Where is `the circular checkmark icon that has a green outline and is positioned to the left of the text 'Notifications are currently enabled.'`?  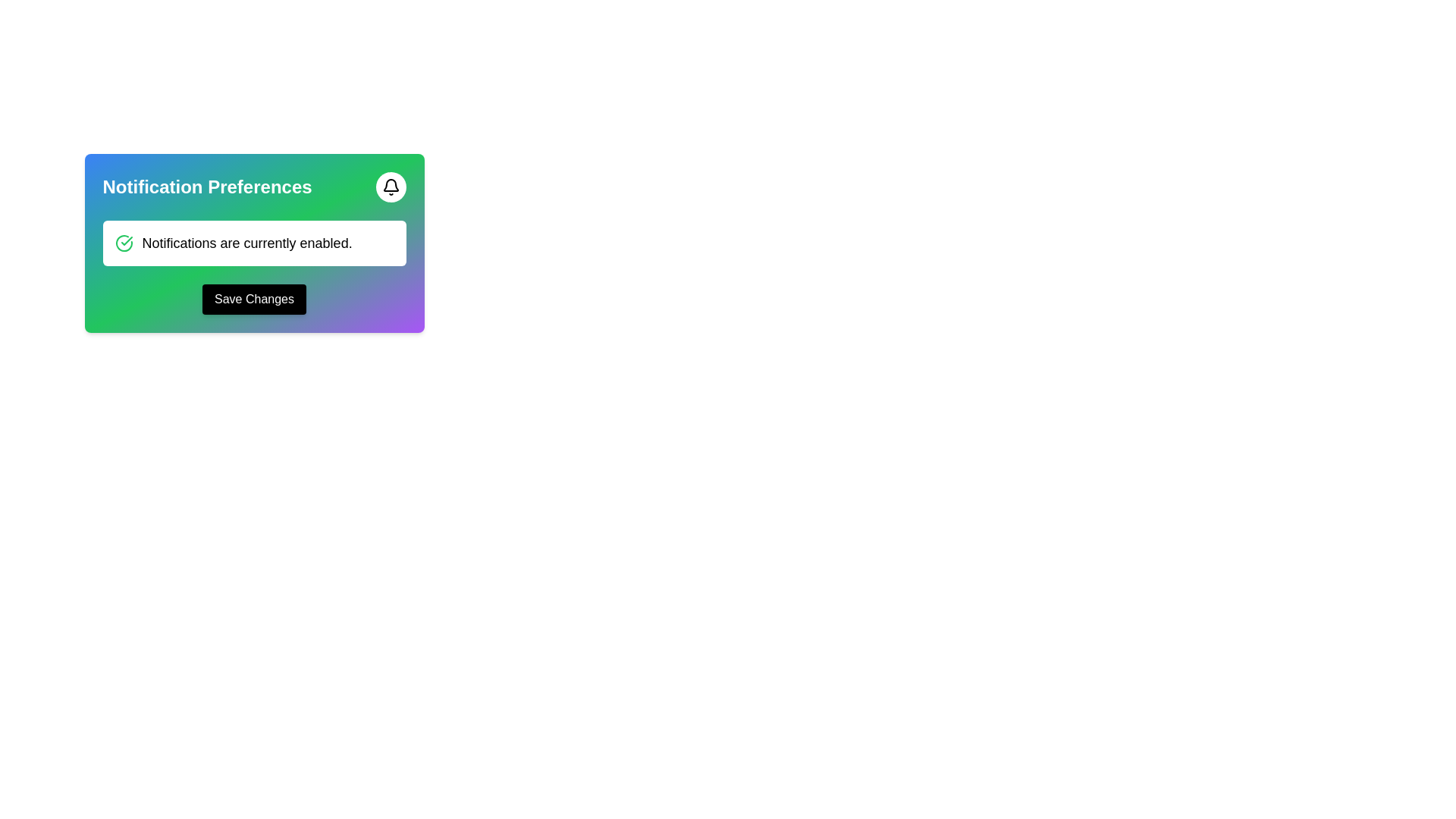 the circular checkmark icon that has a green outline and is positioned to the left of the text 'Notifications are currently enabled.' is located at coordinates (124, 242).